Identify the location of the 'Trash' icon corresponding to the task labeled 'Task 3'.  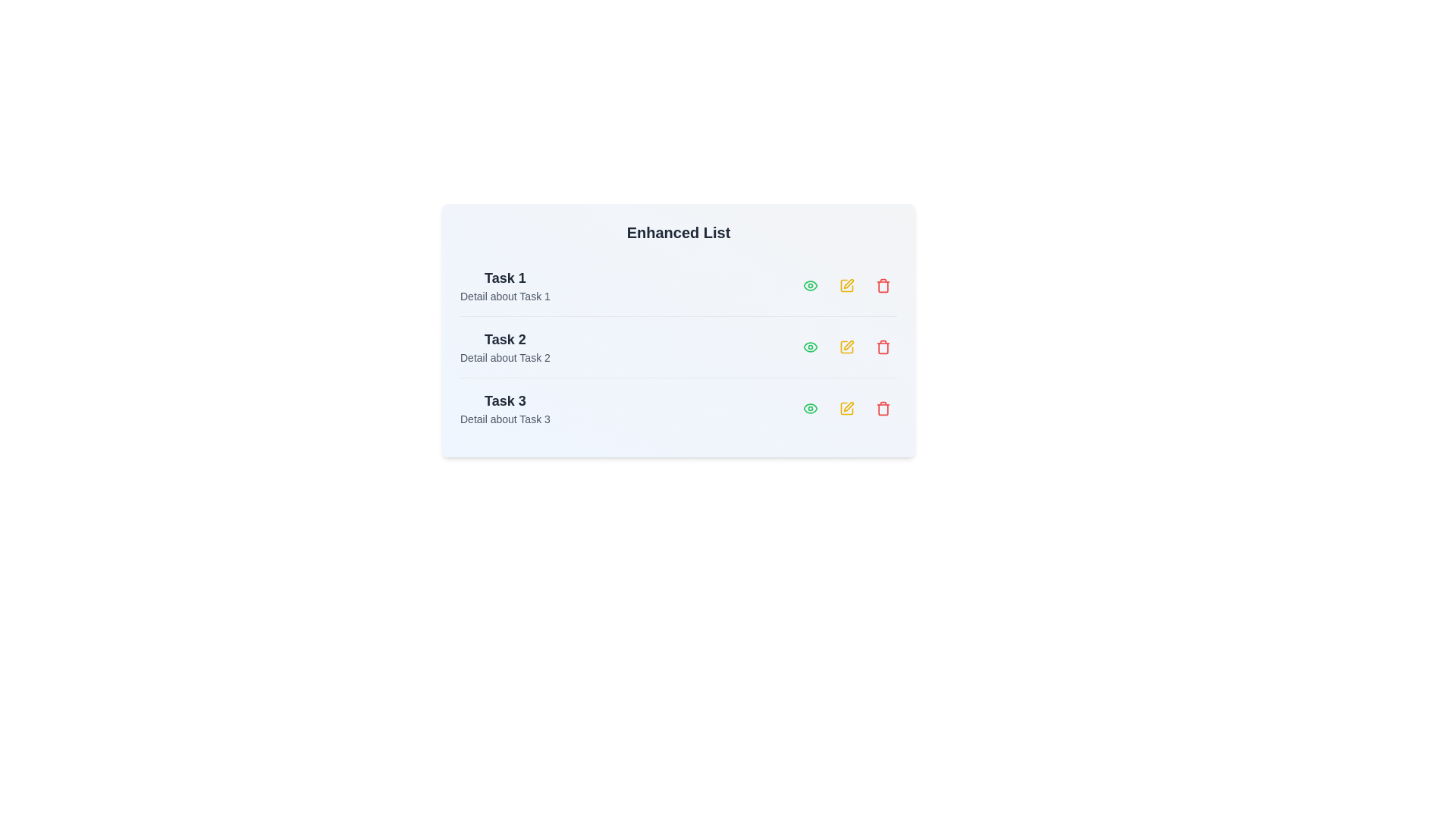
(883, 408).